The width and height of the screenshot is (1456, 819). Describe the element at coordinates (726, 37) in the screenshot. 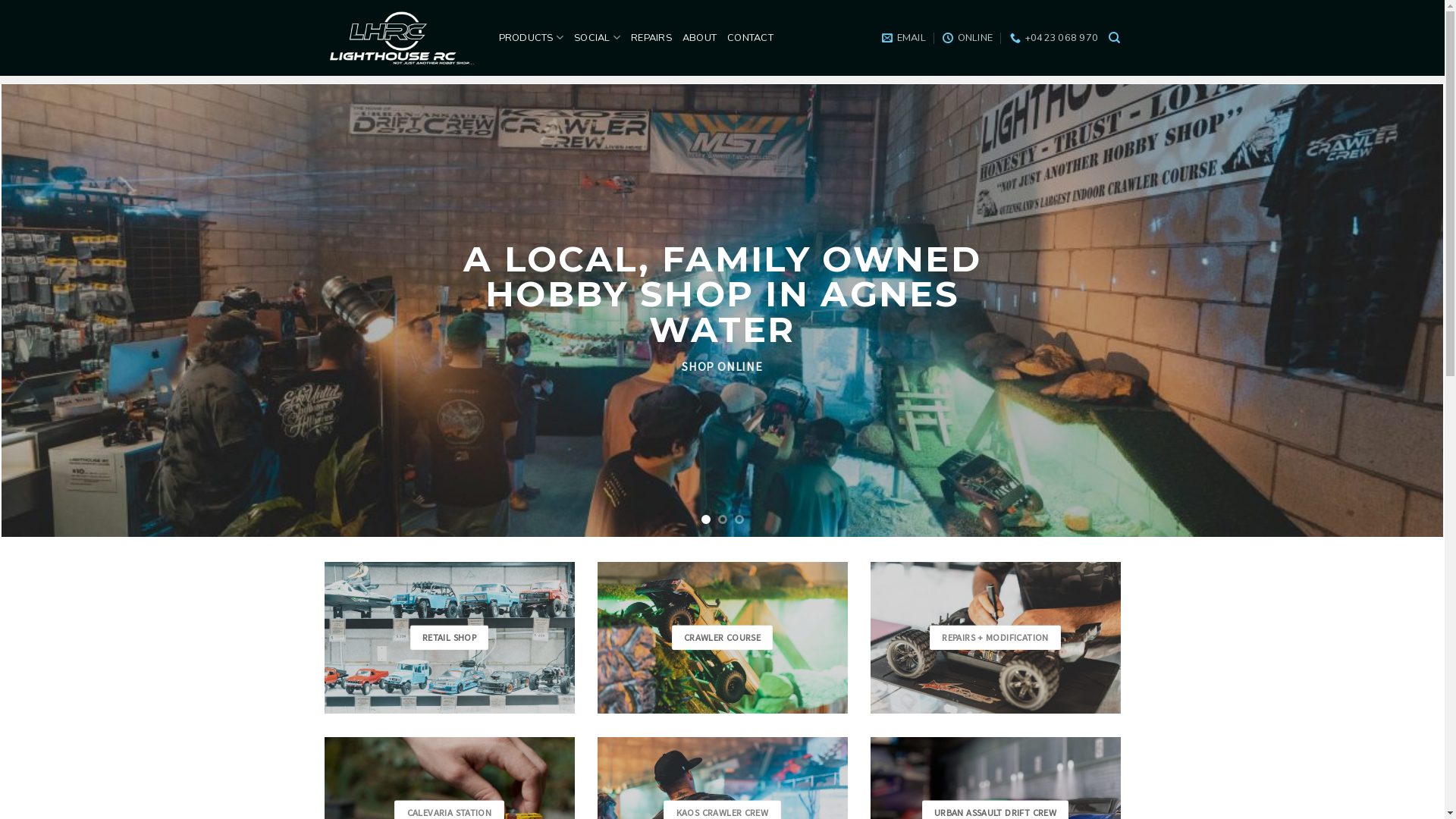

I see `'CONTACT'` at that location.